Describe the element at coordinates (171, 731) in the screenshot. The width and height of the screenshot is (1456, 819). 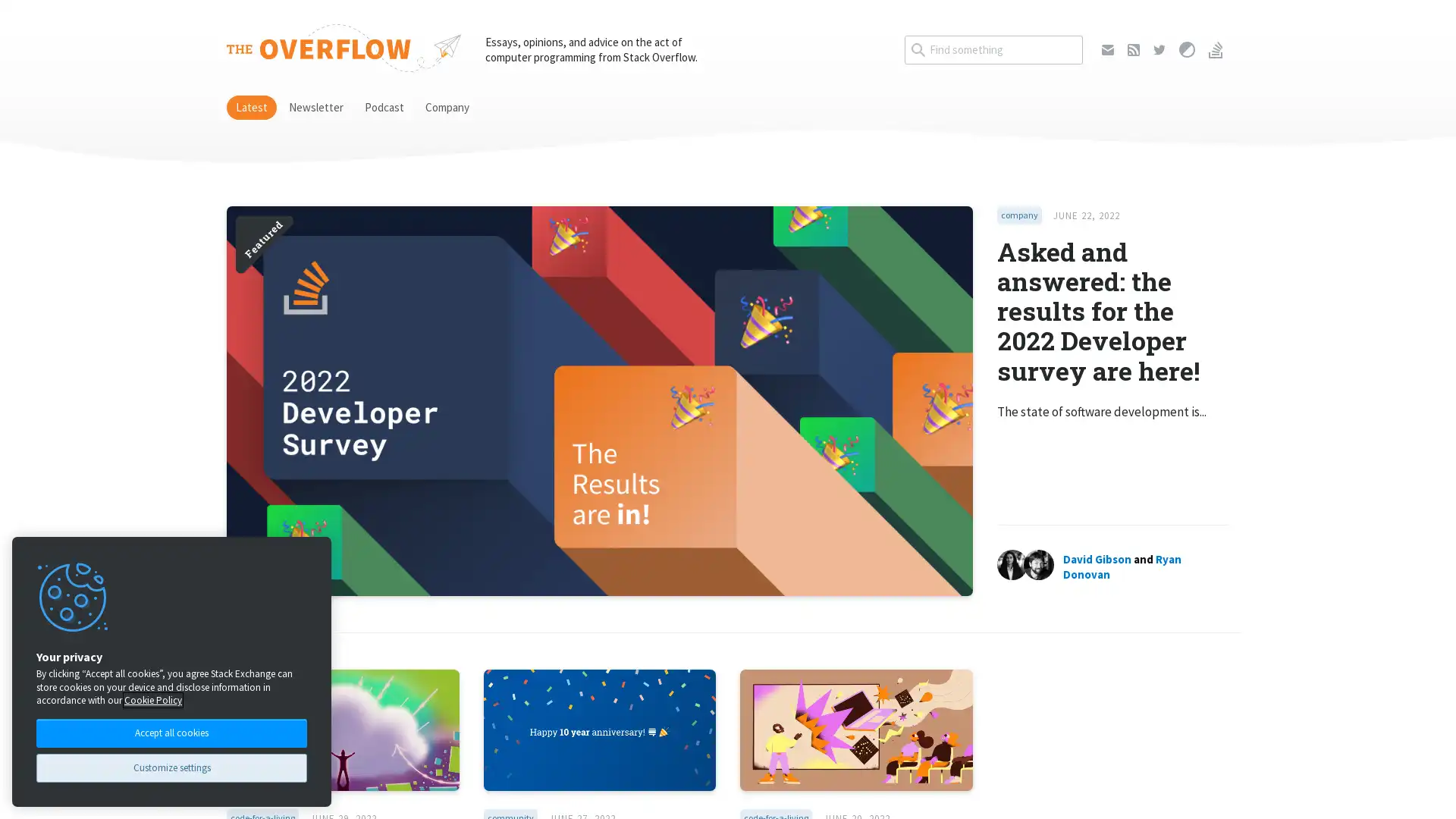
I see `Accept all cookies` at that location.